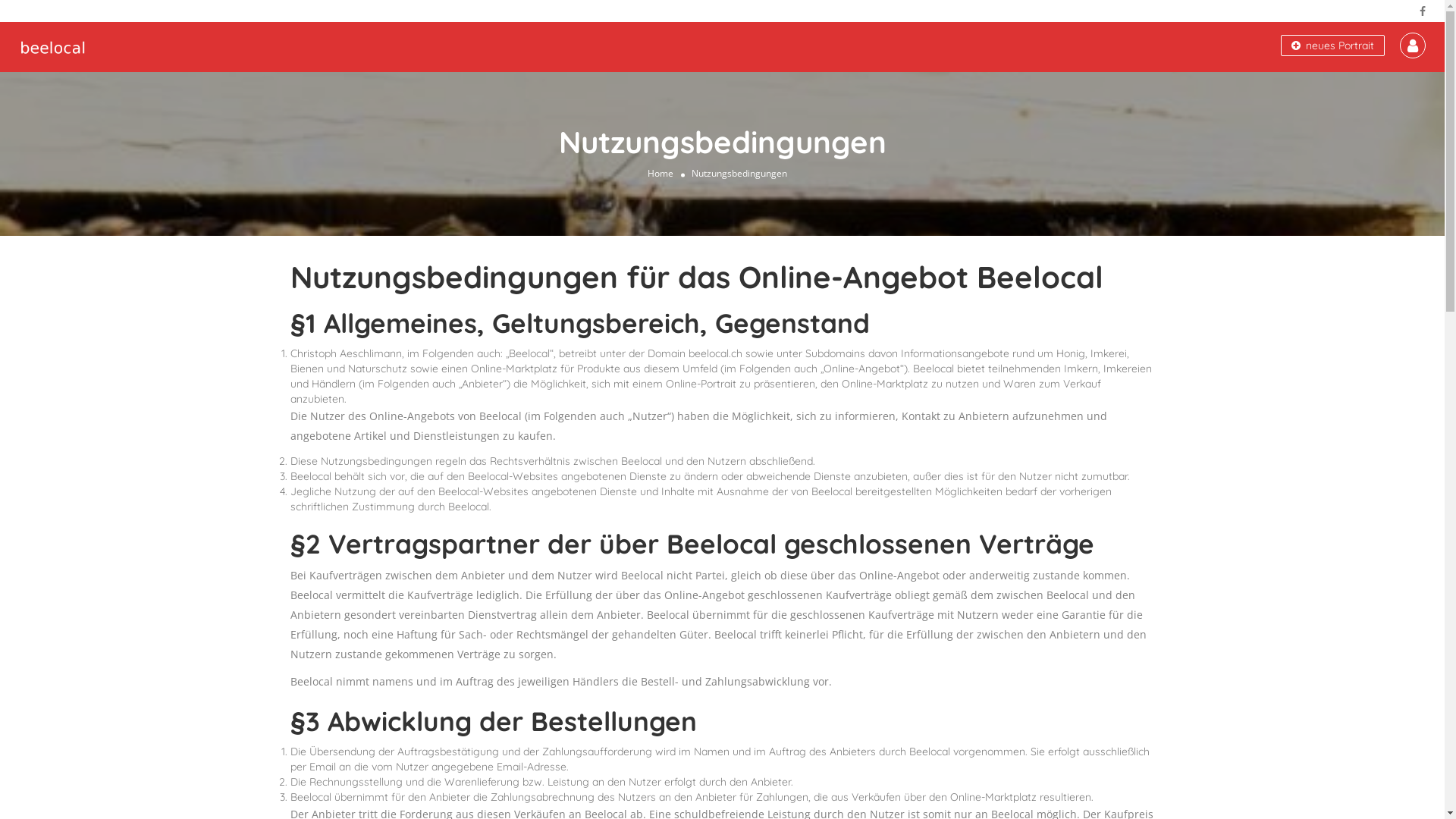  What do you see at coordinates (1332, 45) in the screenshot?
I see `'neues Portrait'` at bounding box center [1332, 45].